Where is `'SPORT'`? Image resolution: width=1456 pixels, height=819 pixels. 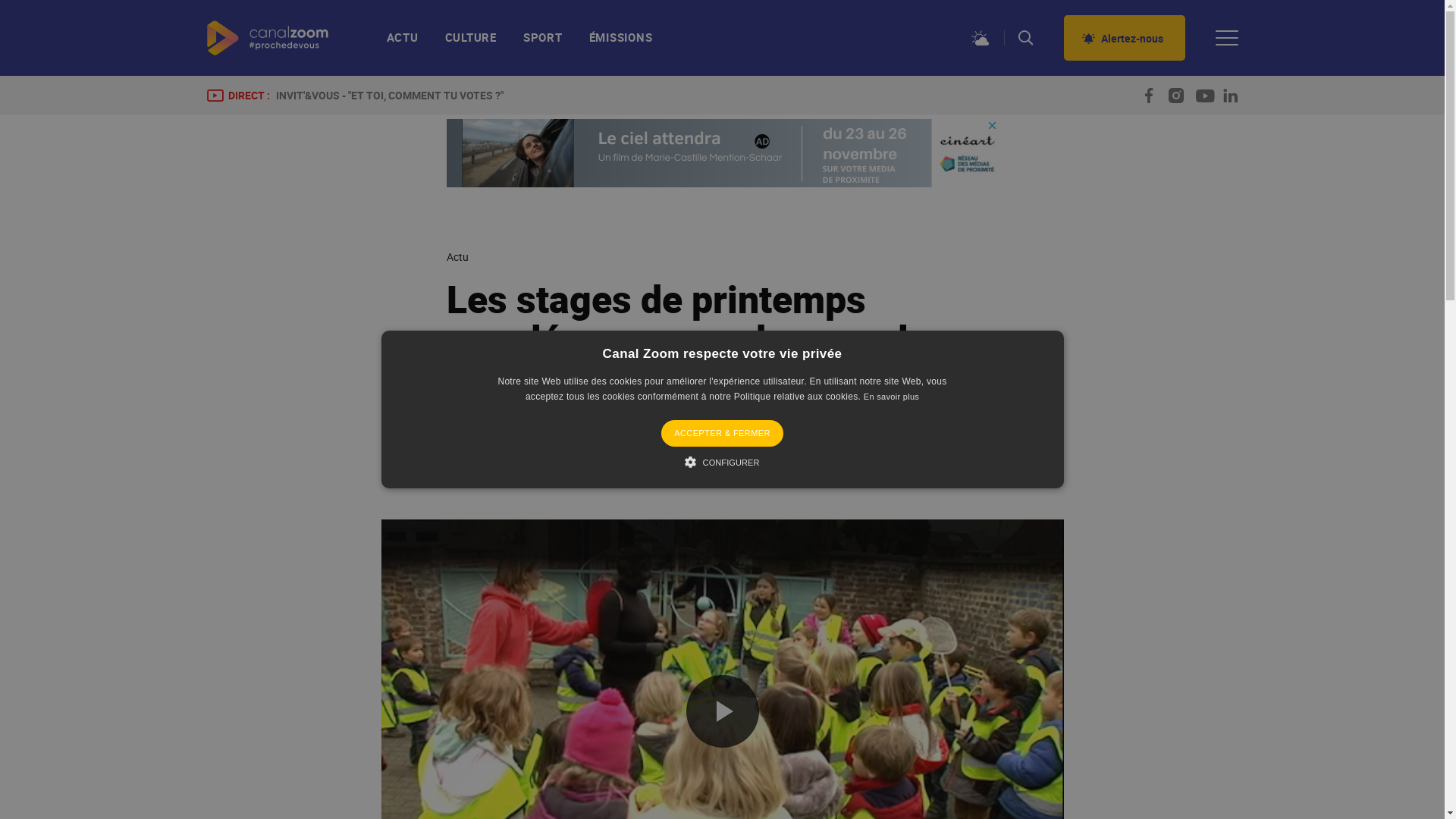 'SPORT' is located at coordinates (542, 42).